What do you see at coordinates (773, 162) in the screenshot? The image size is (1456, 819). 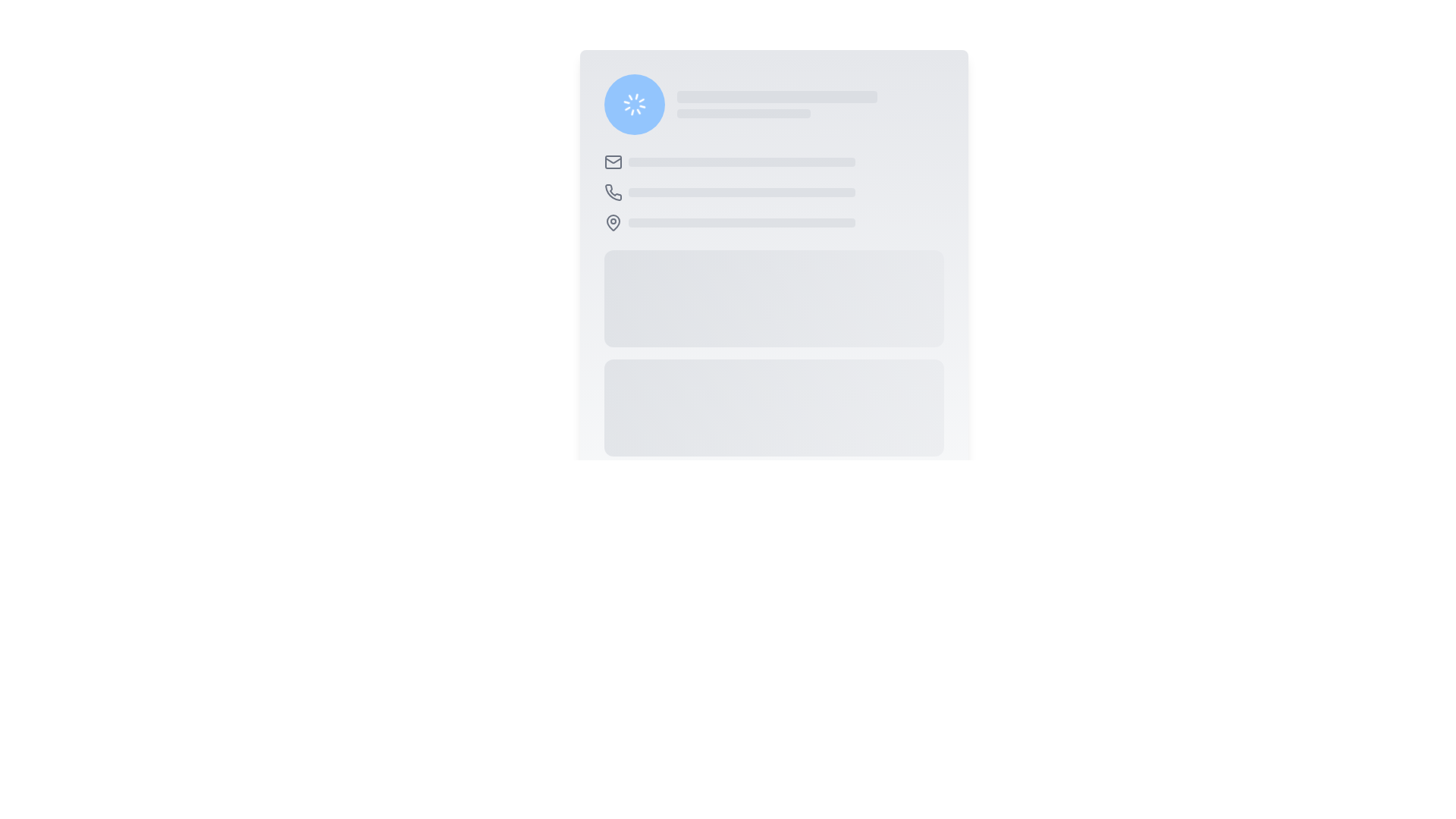 I see `placeholder component consisting of an envelope icon and a gray loading bar for visual context` at bounding box center [773, 162].